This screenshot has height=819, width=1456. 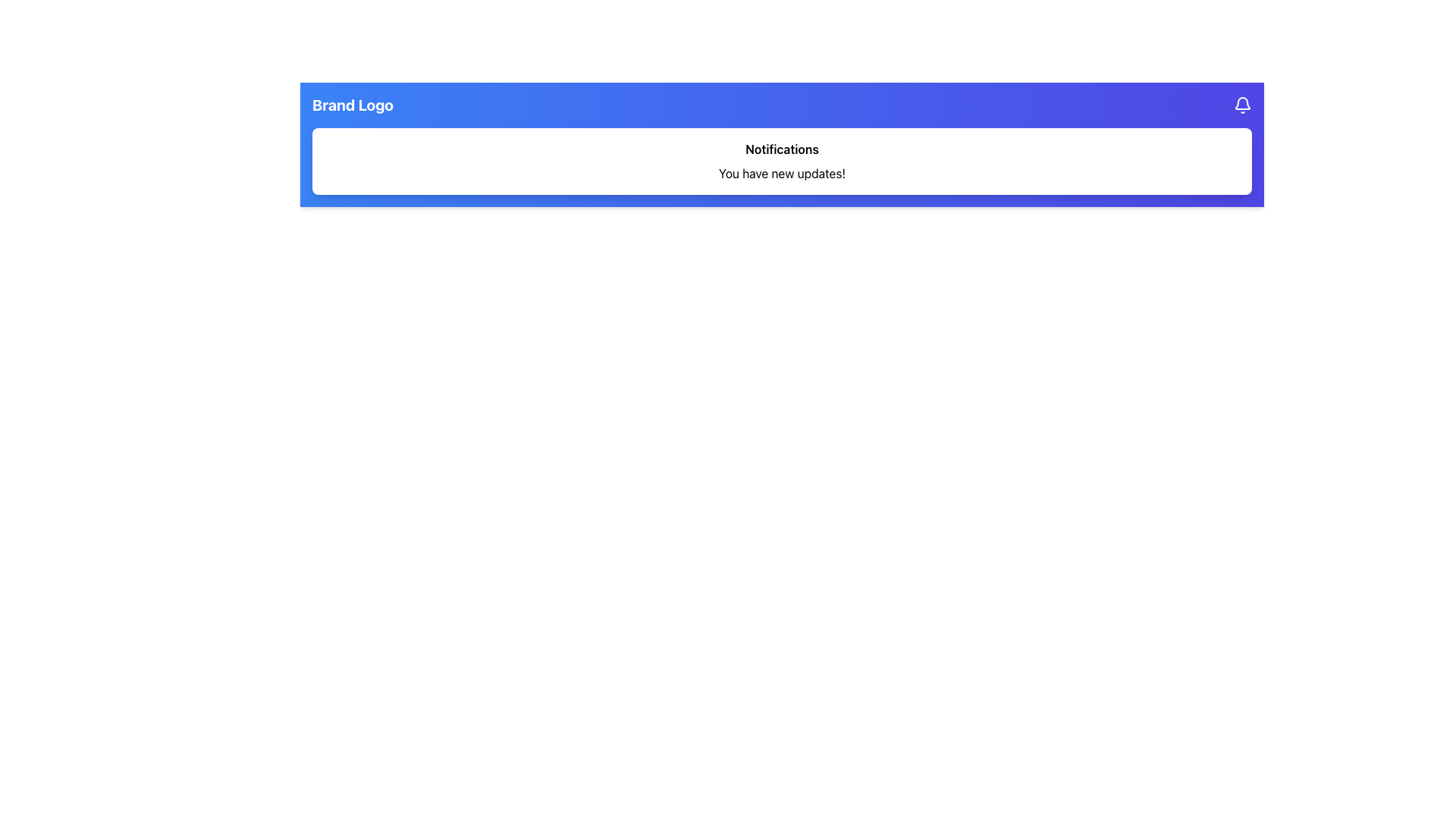 I want to click on the static text notification that reads 'You have new updates!' located below the 'Notifications' heading in the card layout, so click(x=782, y=172).